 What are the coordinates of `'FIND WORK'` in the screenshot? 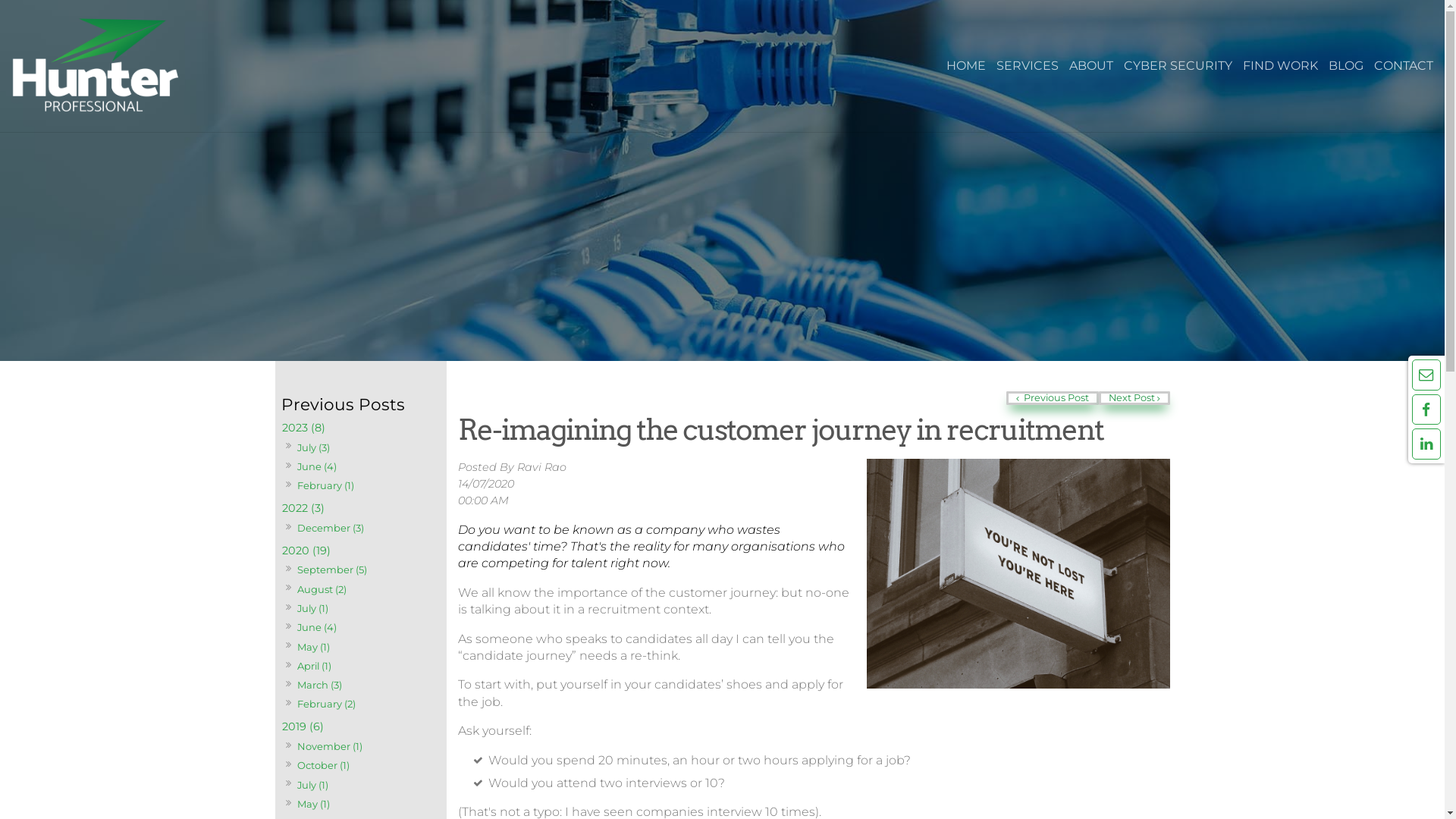 It's located at (1279, 65).